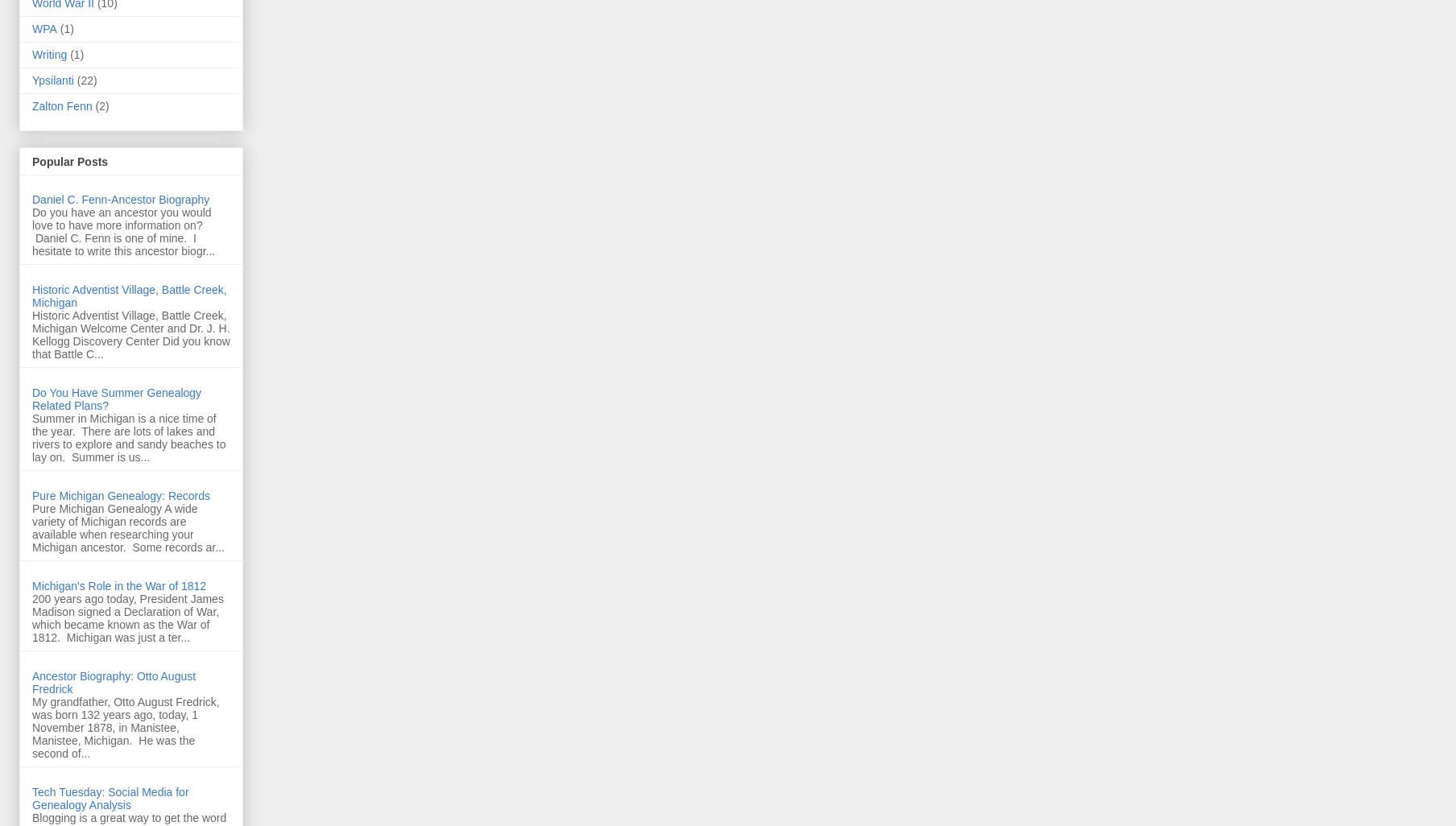  I want to click on 'Tech Tuesday: Social Media for Genealogy Analysis', so click(110, 797).